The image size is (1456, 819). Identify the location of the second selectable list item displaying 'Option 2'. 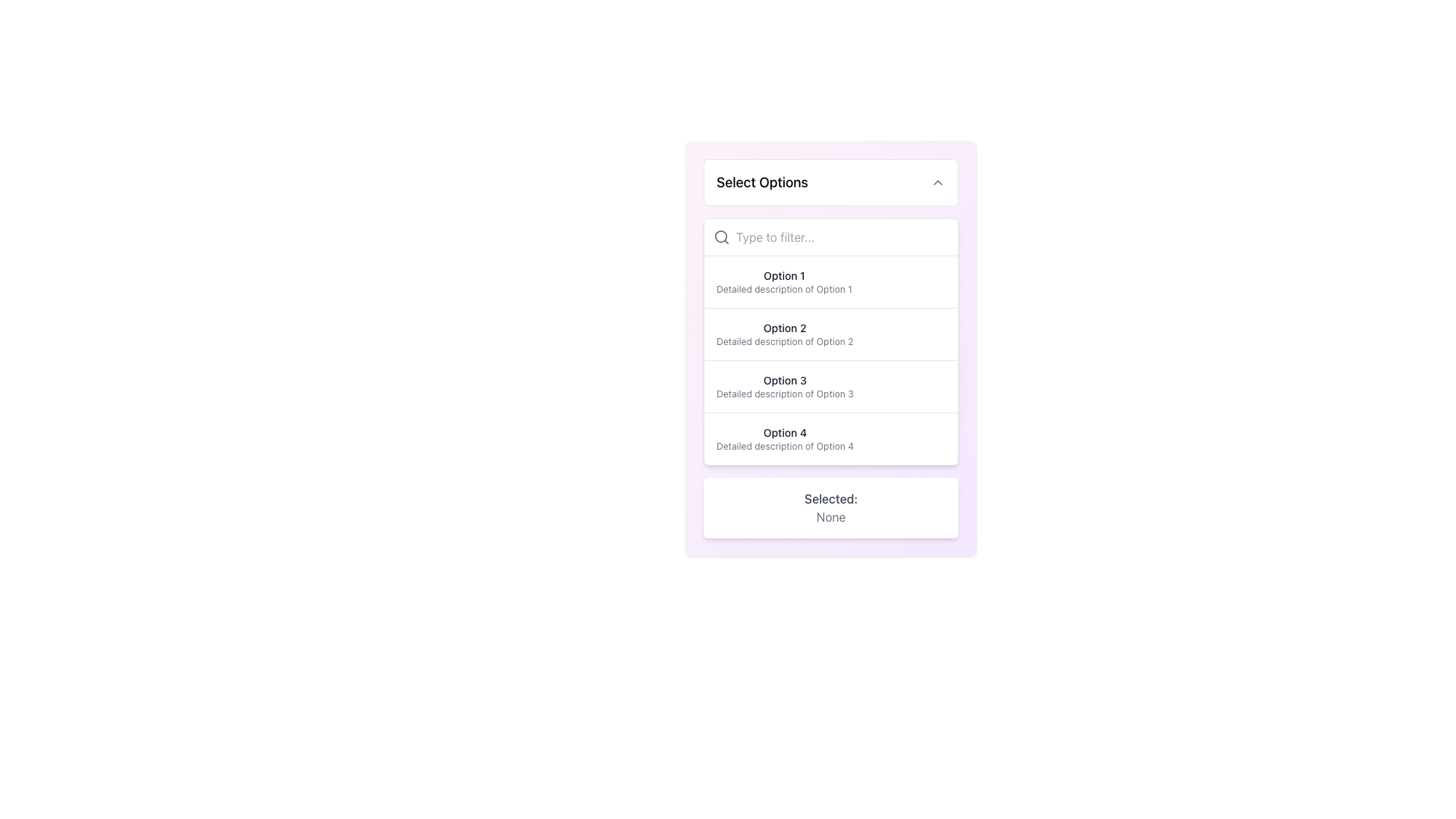
(785, 333).